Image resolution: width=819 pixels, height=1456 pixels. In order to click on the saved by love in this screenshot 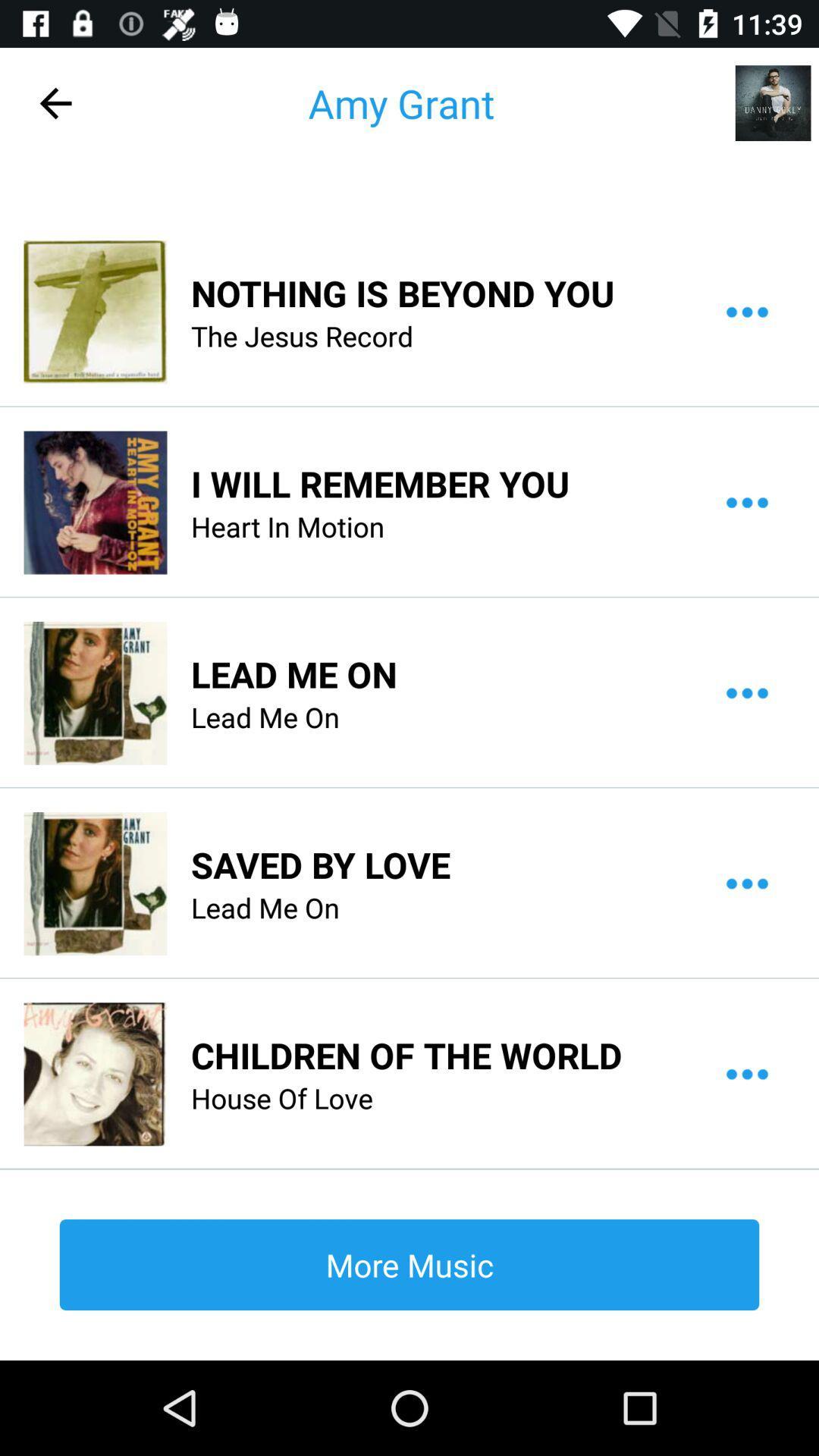, I will do `click(320, 864)`.